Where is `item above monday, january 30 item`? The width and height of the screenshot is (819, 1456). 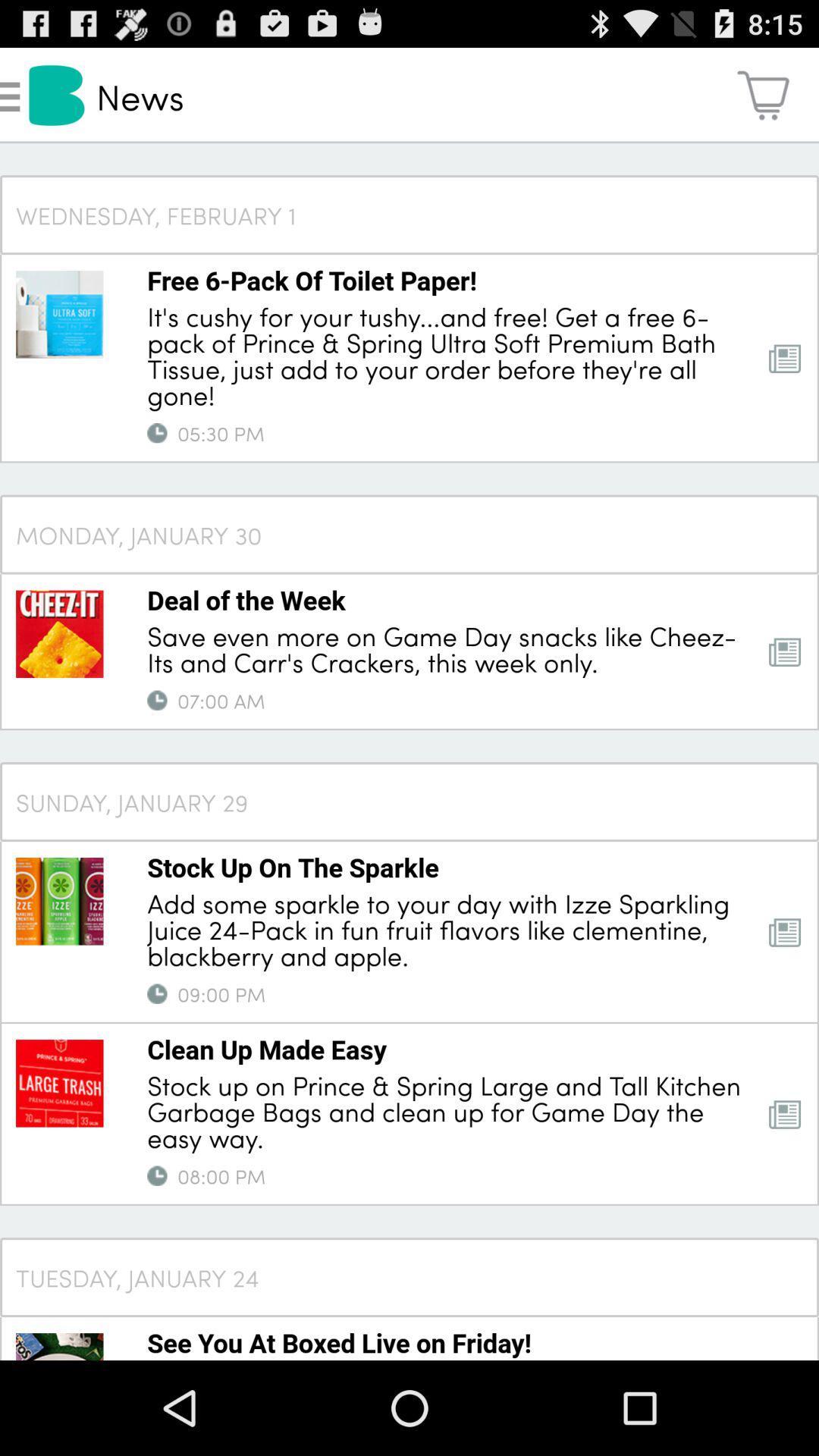 item above monday, january 30 item is located at coordinates (221, 432).